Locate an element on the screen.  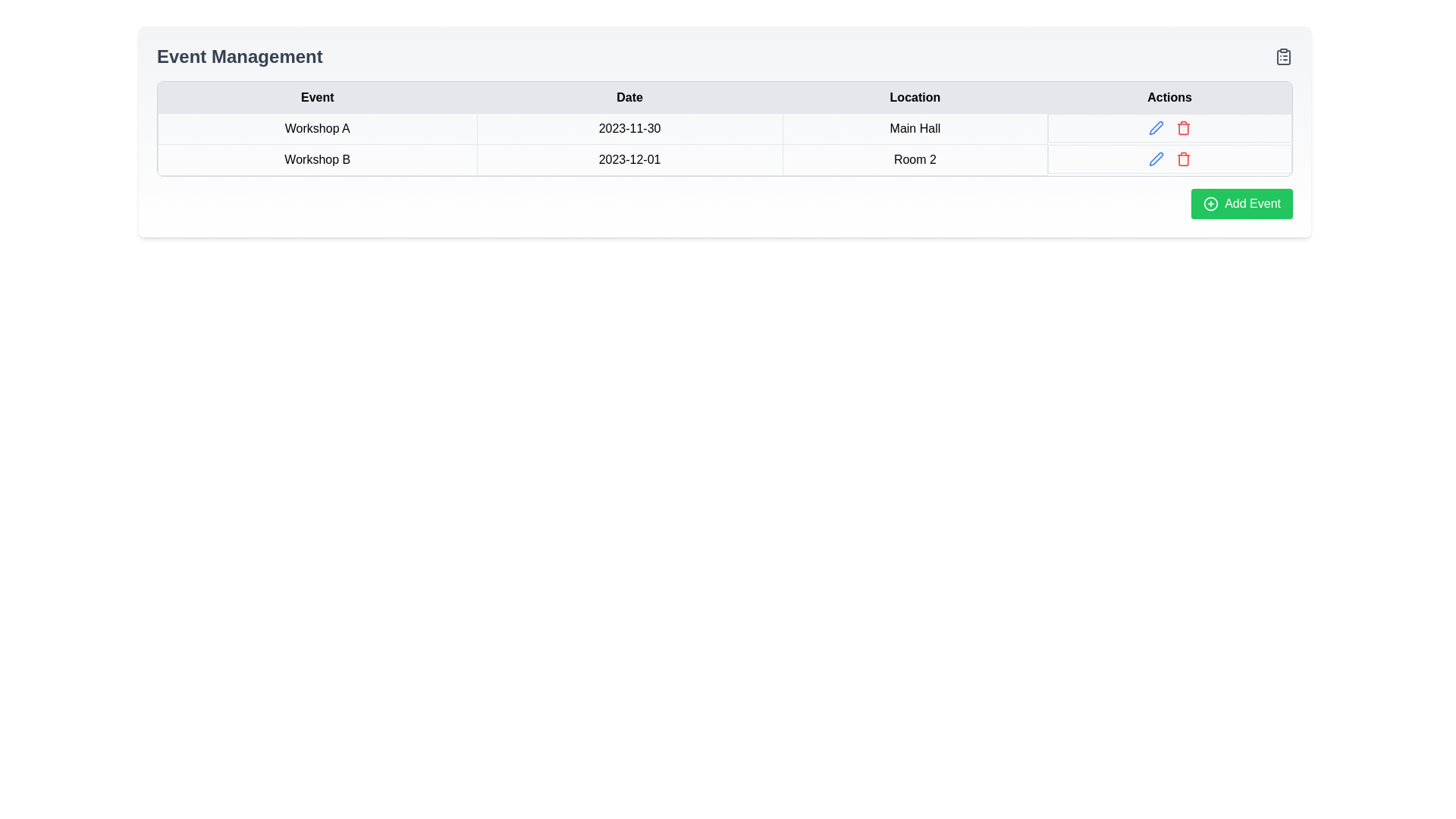
the 'Actions' header label in the table, which is the fourth cell in the header row, following 'Date' and 'Event' and preceded by 'Location' is located at coordinates (1169, 97).